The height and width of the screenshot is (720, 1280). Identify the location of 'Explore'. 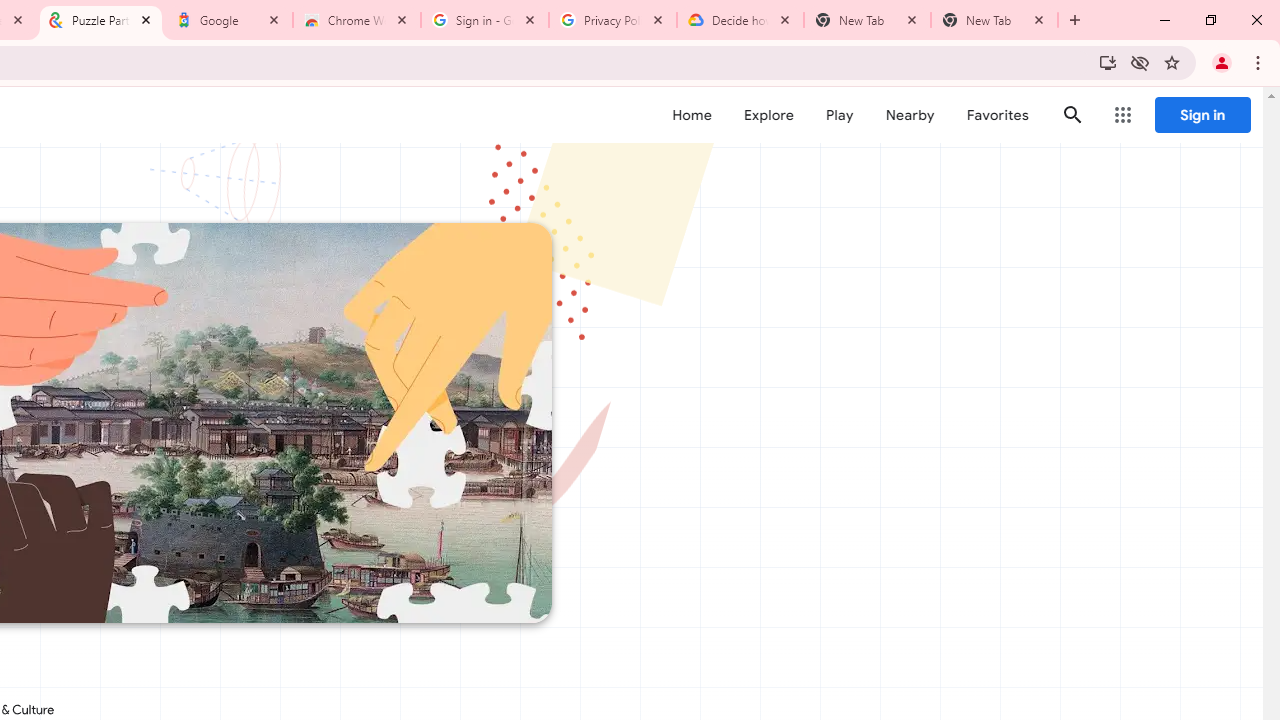
(767, 115).